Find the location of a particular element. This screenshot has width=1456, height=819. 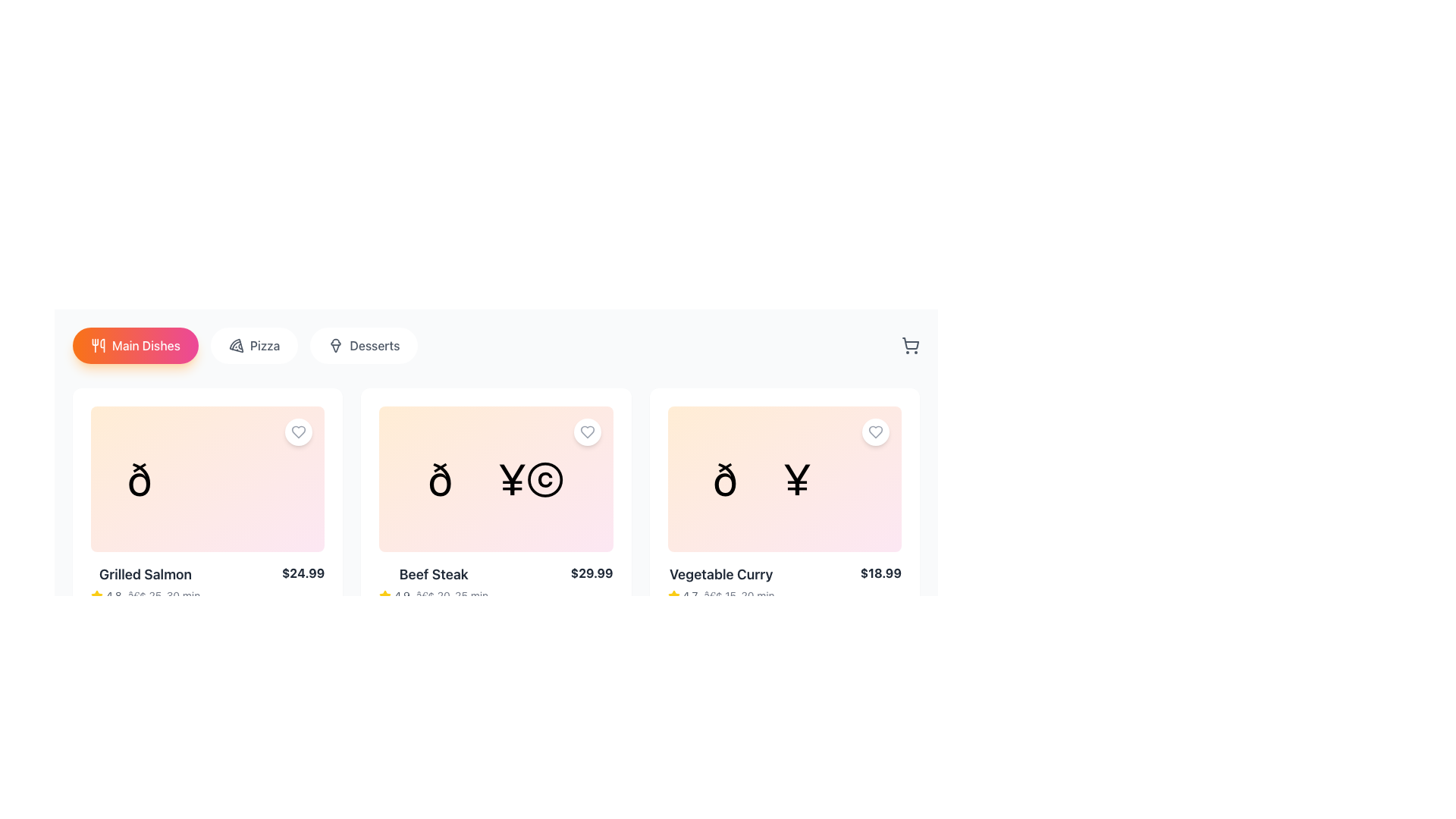

the button in the bottom-right corner with a rounded orange background is located at coordinates (888, 629).